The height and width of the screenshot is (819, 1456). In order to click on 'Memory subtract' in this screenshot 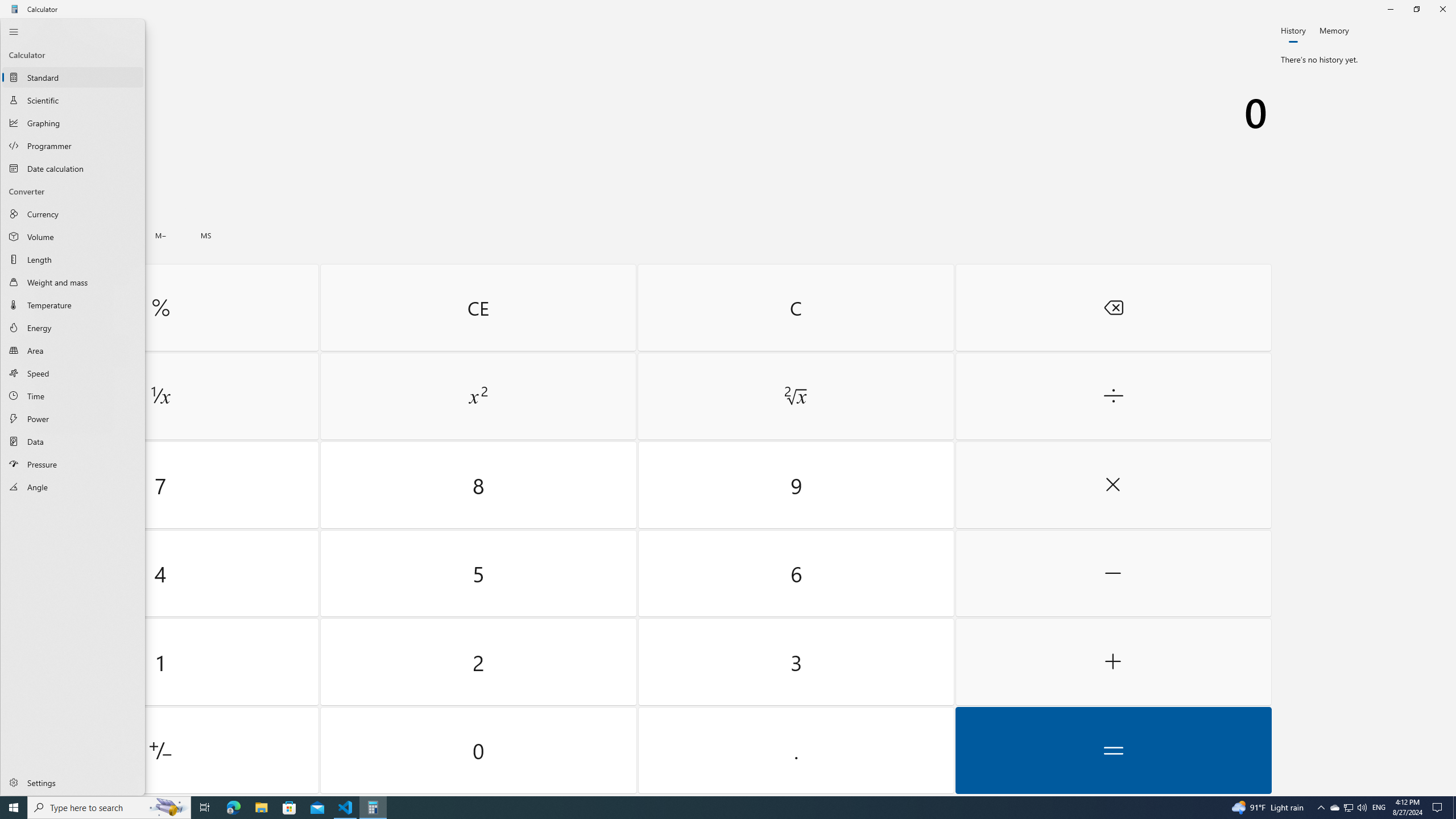, I will do `click(160, 235)`.